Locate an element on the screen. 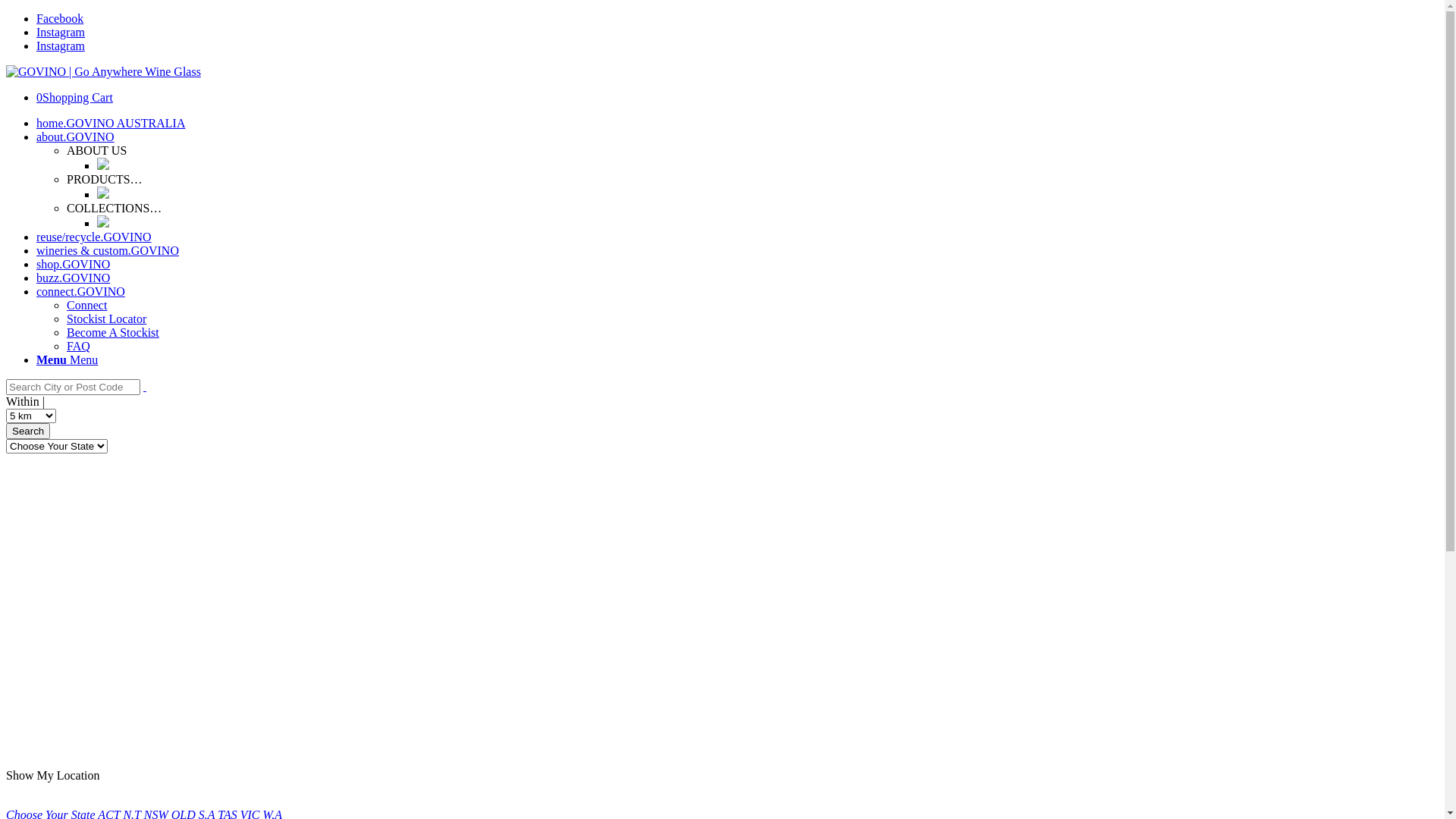 The height and width of the screenshot is (819, 1456). '0Shopping Cart' is located at coordinates (74, 97).